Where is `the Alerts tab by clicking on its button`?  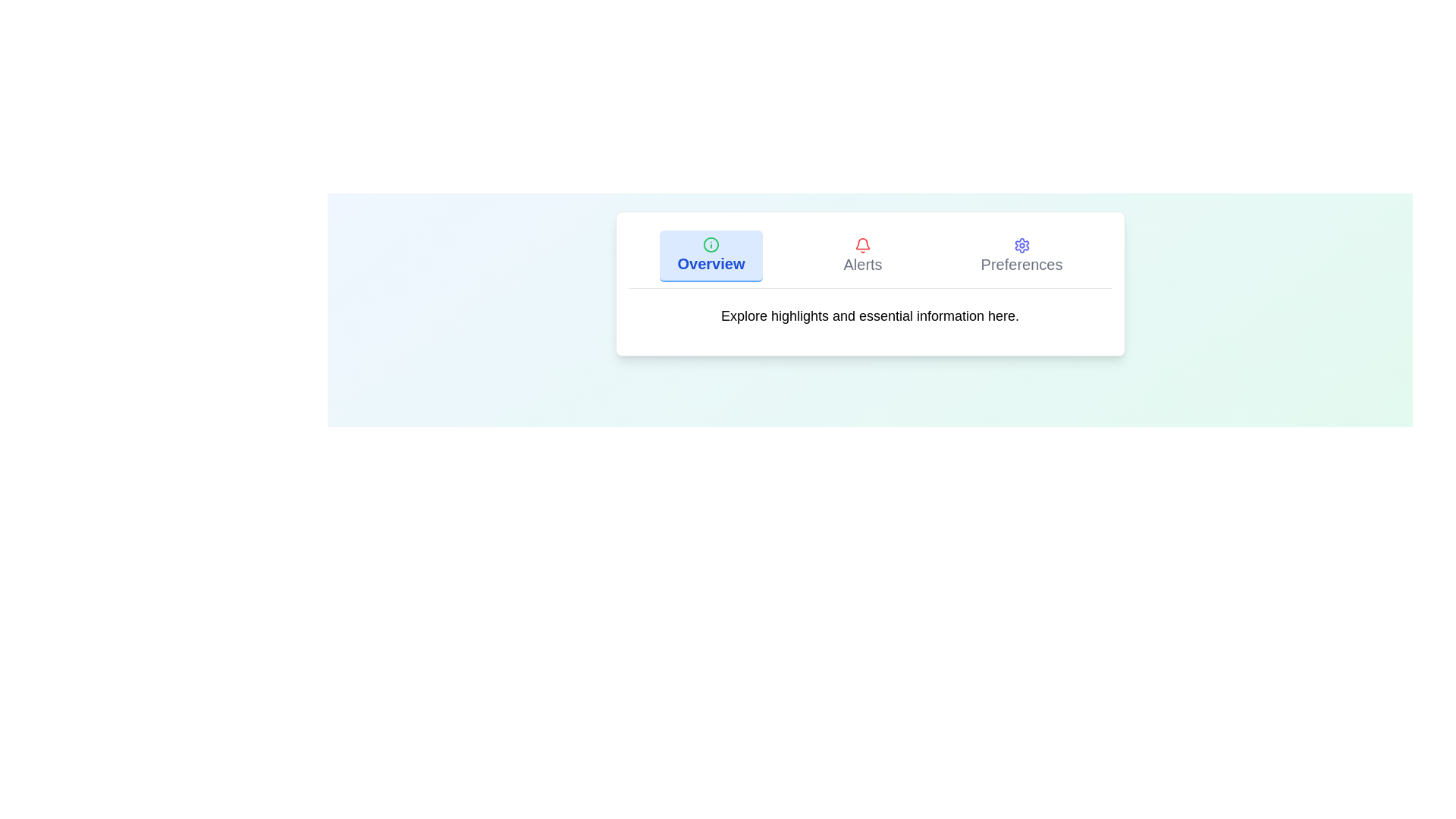 the Alerts tab by clicking on its button is located at coordinates (862, 256).